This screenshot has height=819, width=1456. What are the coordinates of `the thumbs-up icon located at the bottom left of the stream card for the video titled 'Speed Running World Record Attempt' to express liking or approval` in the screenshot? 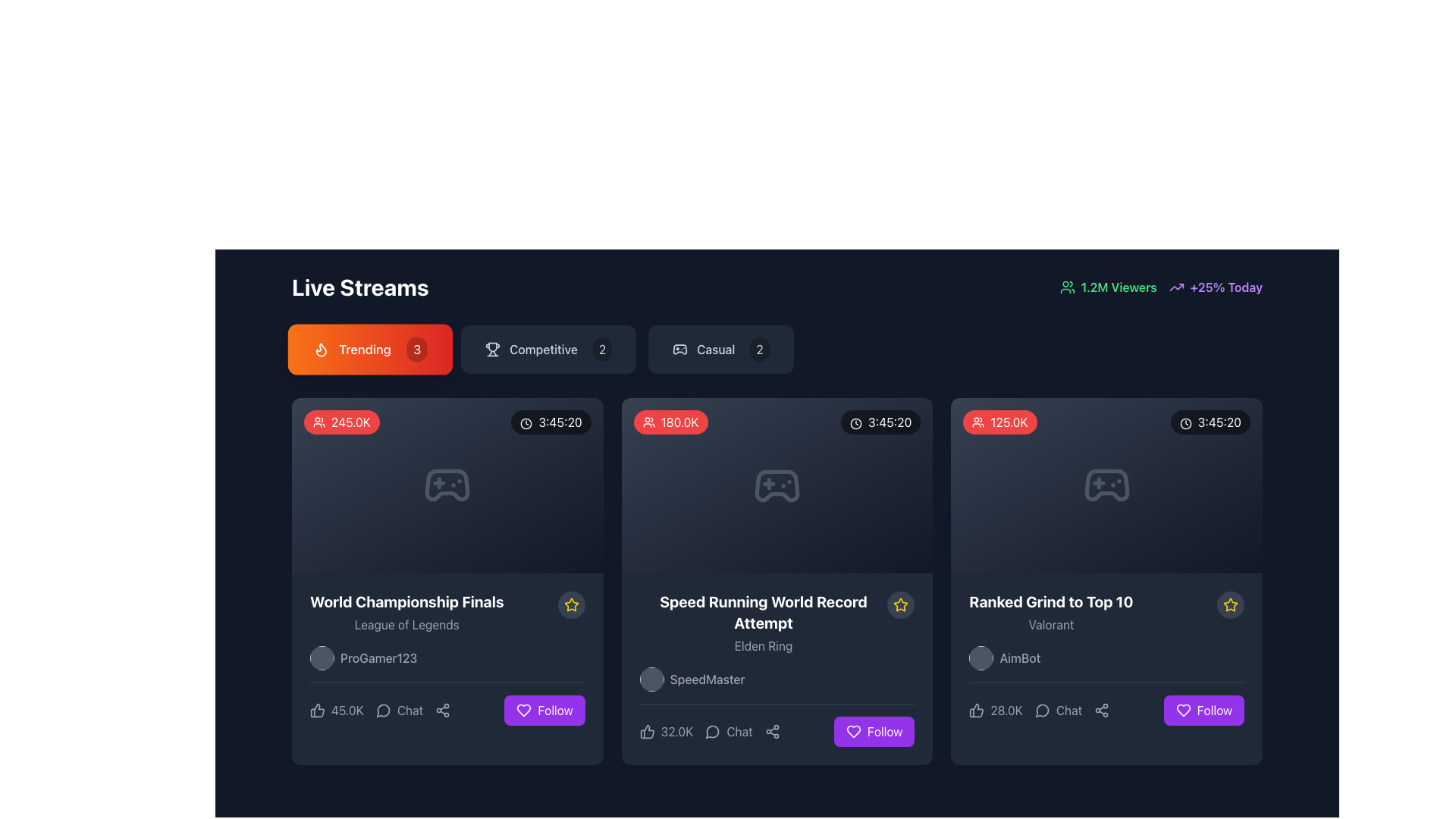 It's located at (647, 730).